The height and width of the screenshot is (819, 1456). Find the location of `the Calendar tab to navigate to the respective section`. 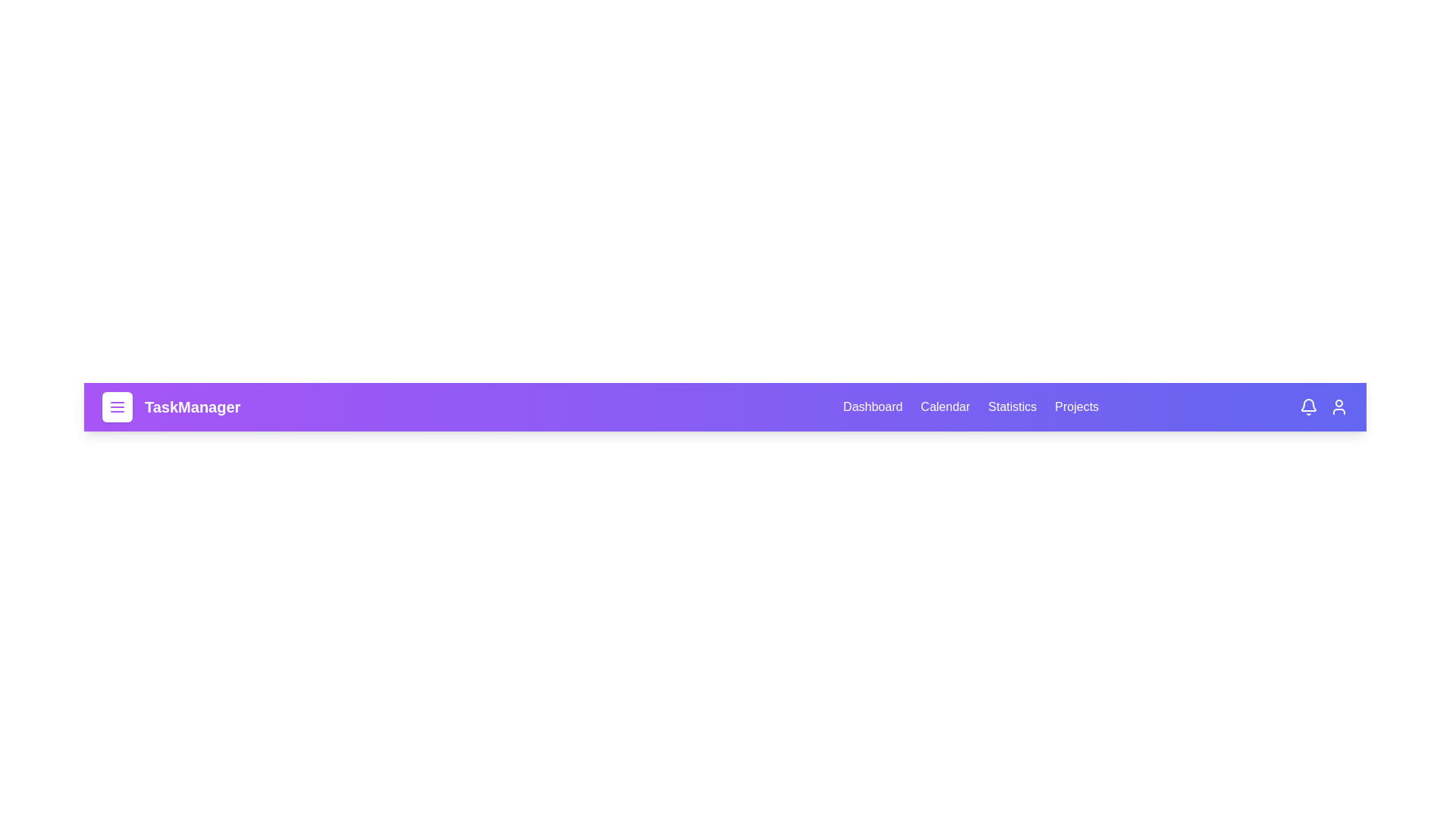

the Calendar tab to navigate to the respective section is located at coordinates (944, 406).